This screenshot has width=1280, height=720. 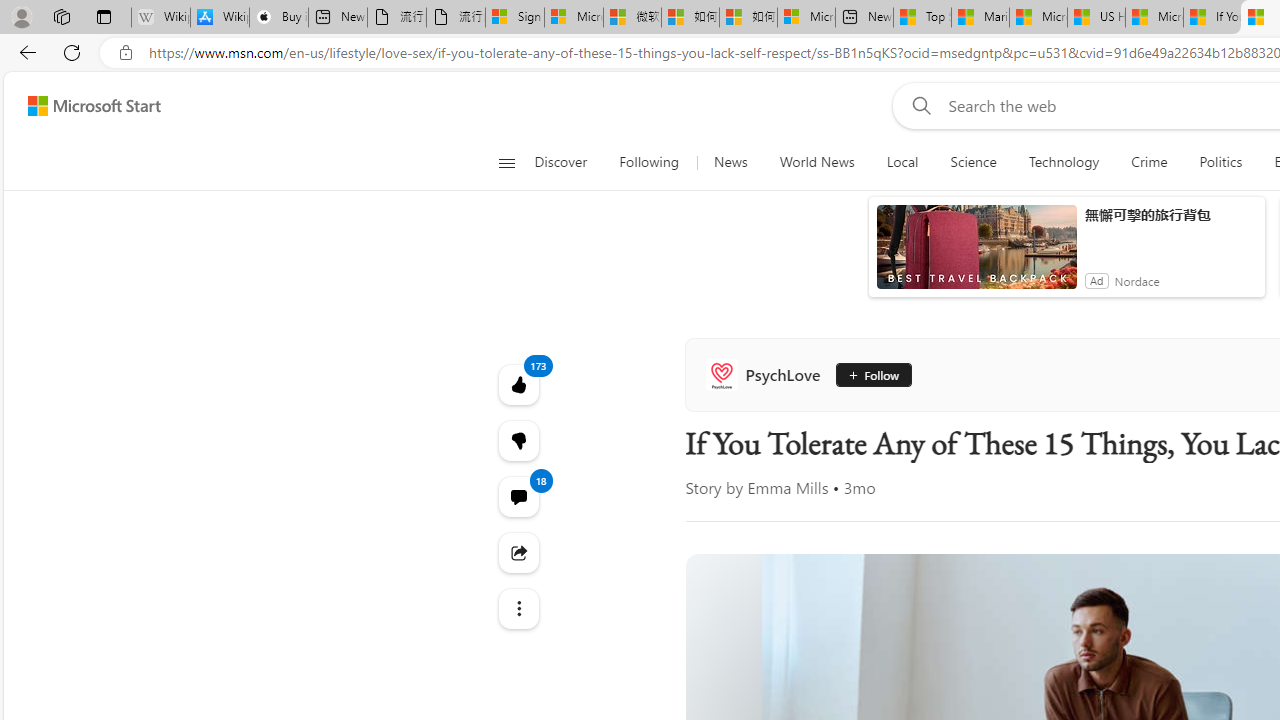 What do you see at coordinates (817, 162) in the screenshot?
I see `'World News'` at bounding box center [817, 162].